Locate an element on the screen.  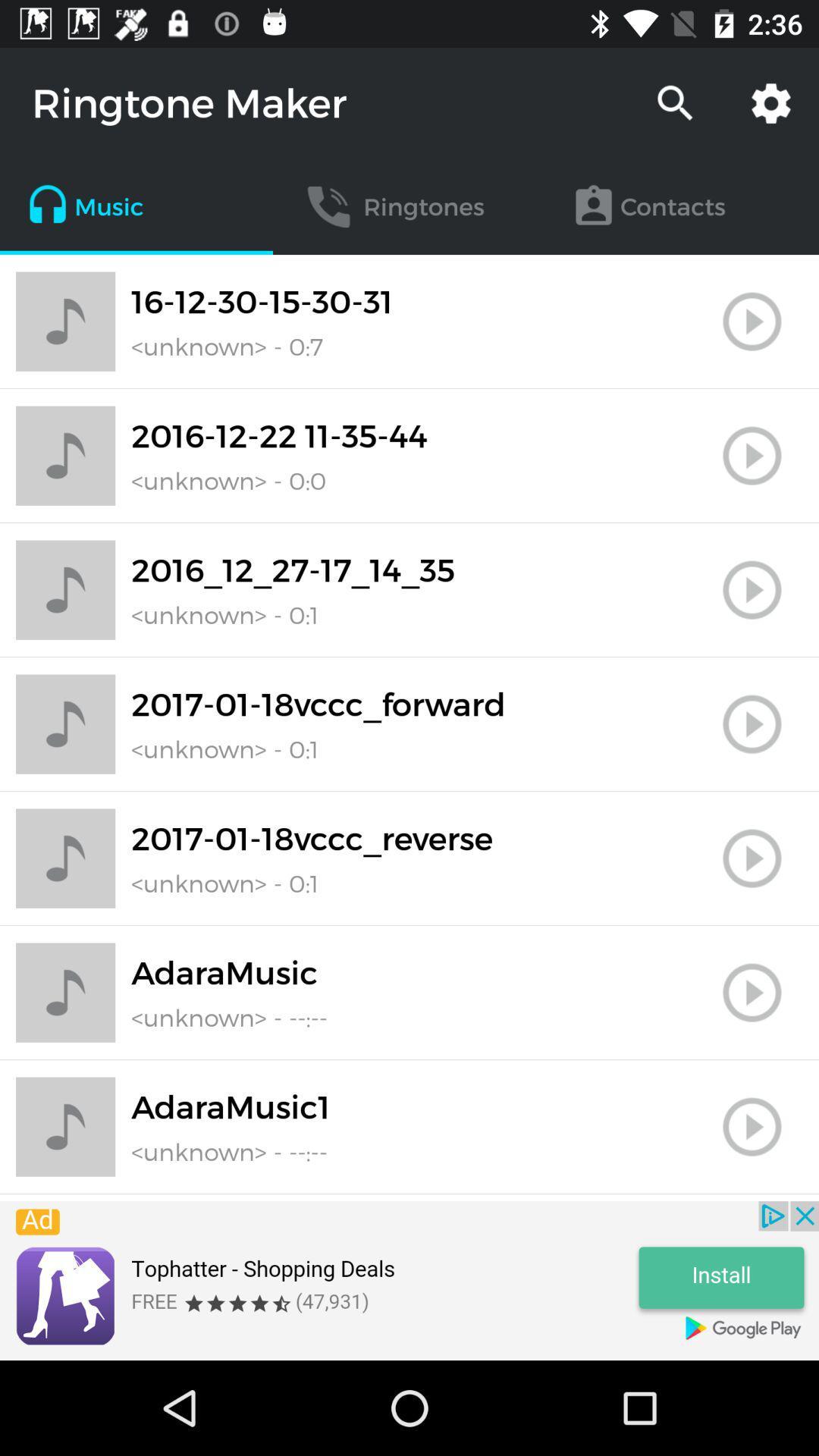
audio is located at coordinates (752, 1127).